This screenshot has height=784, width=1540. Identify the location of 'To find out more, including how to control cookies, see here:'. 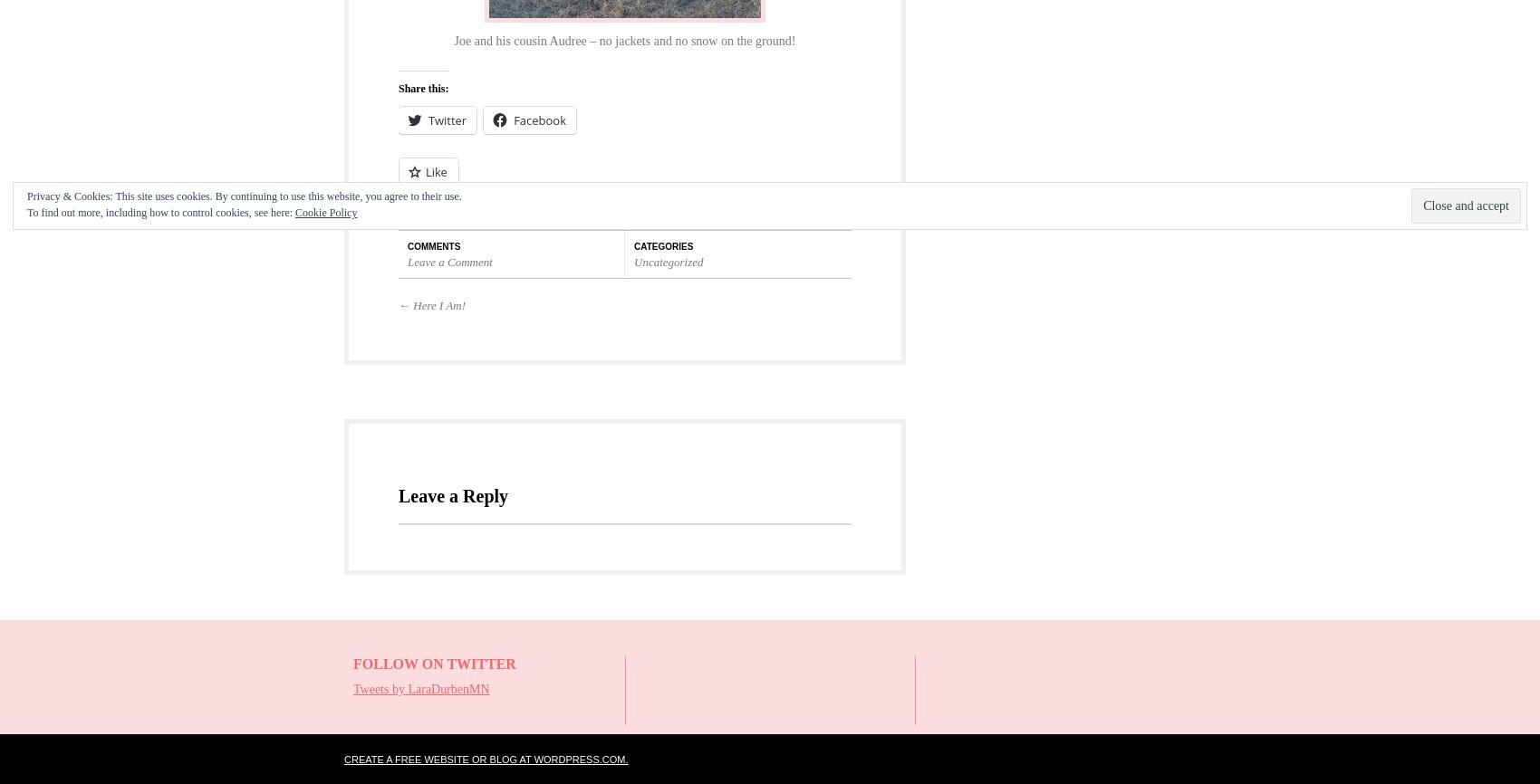
(159, 212).